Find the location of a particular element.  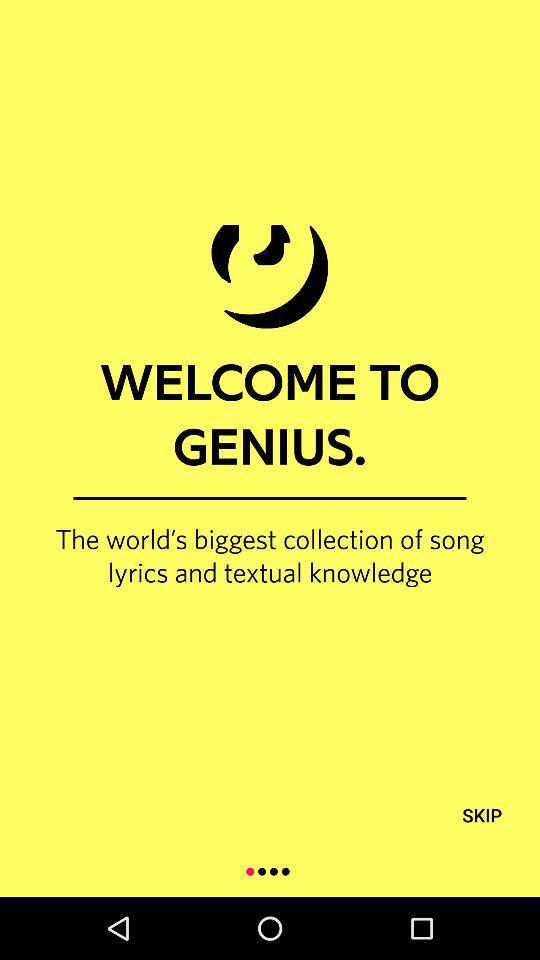

skip icon is located at coordinates (481, 815).